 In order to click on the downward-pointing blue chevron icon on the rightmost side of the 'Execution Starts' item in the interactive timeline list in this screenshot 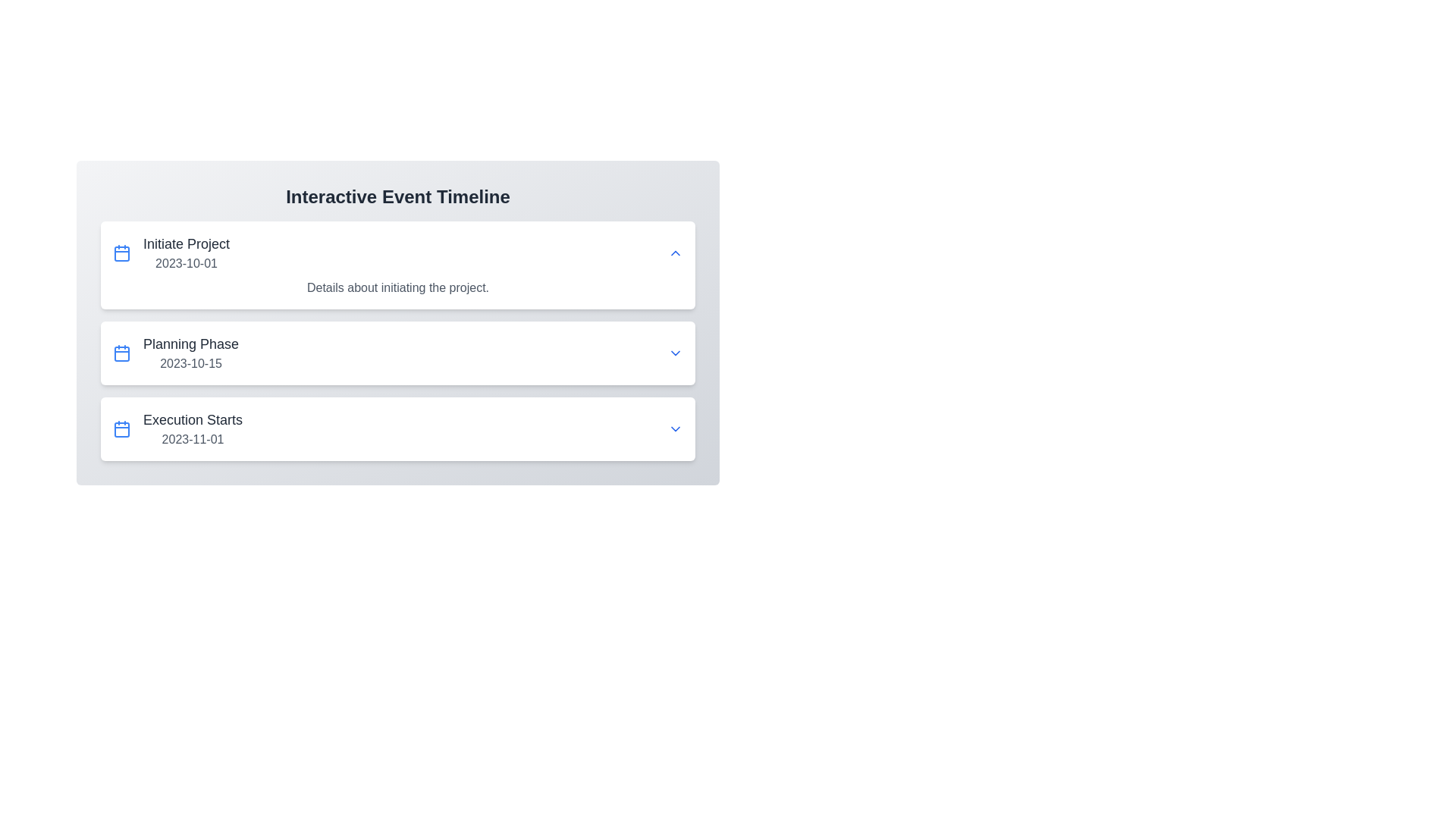, I will do `click(675, 429)`.